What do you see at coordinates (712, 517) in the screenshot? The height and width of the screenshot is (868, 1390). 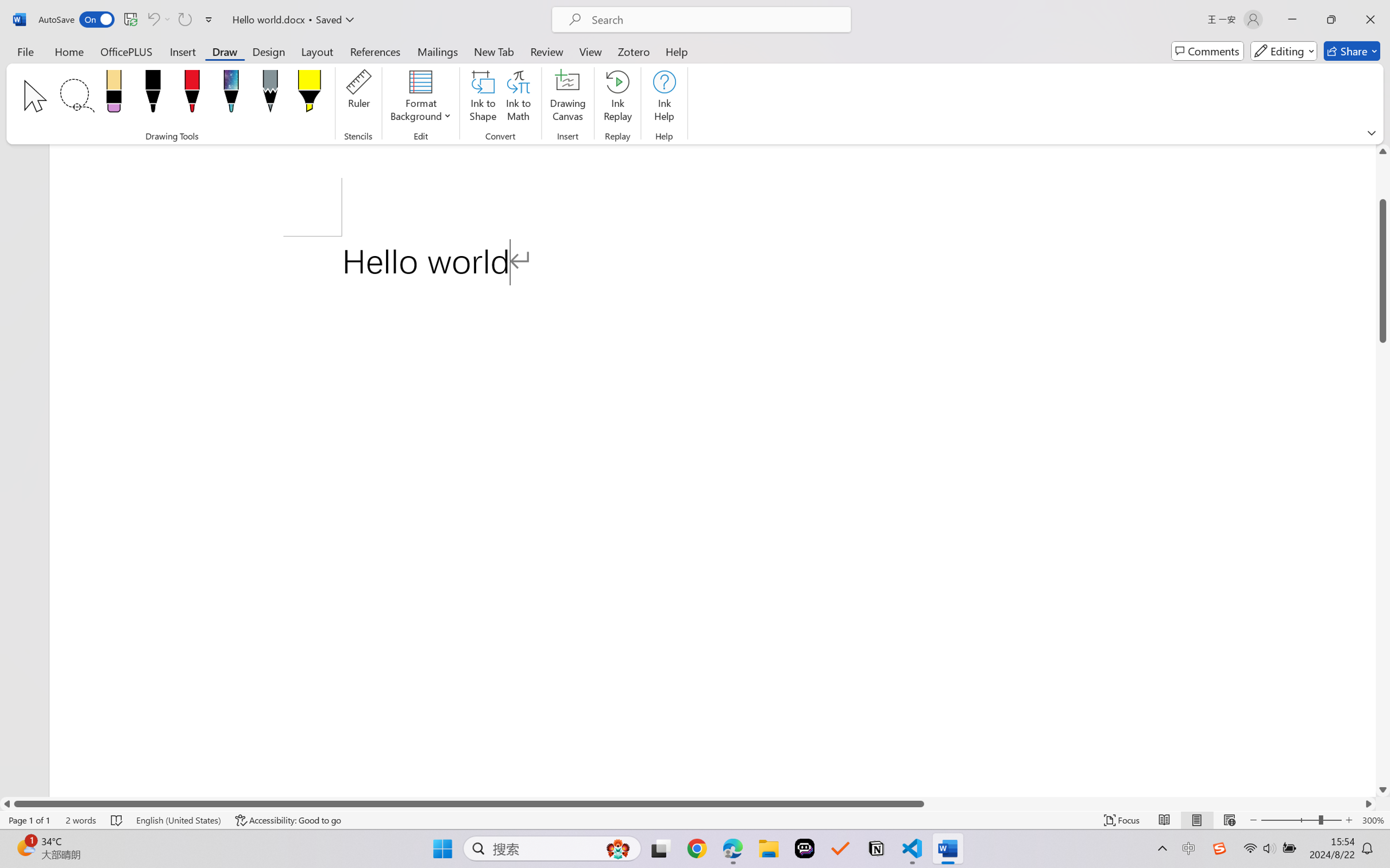 I see `'Page 1 content'` at bounding box center [712, 517].